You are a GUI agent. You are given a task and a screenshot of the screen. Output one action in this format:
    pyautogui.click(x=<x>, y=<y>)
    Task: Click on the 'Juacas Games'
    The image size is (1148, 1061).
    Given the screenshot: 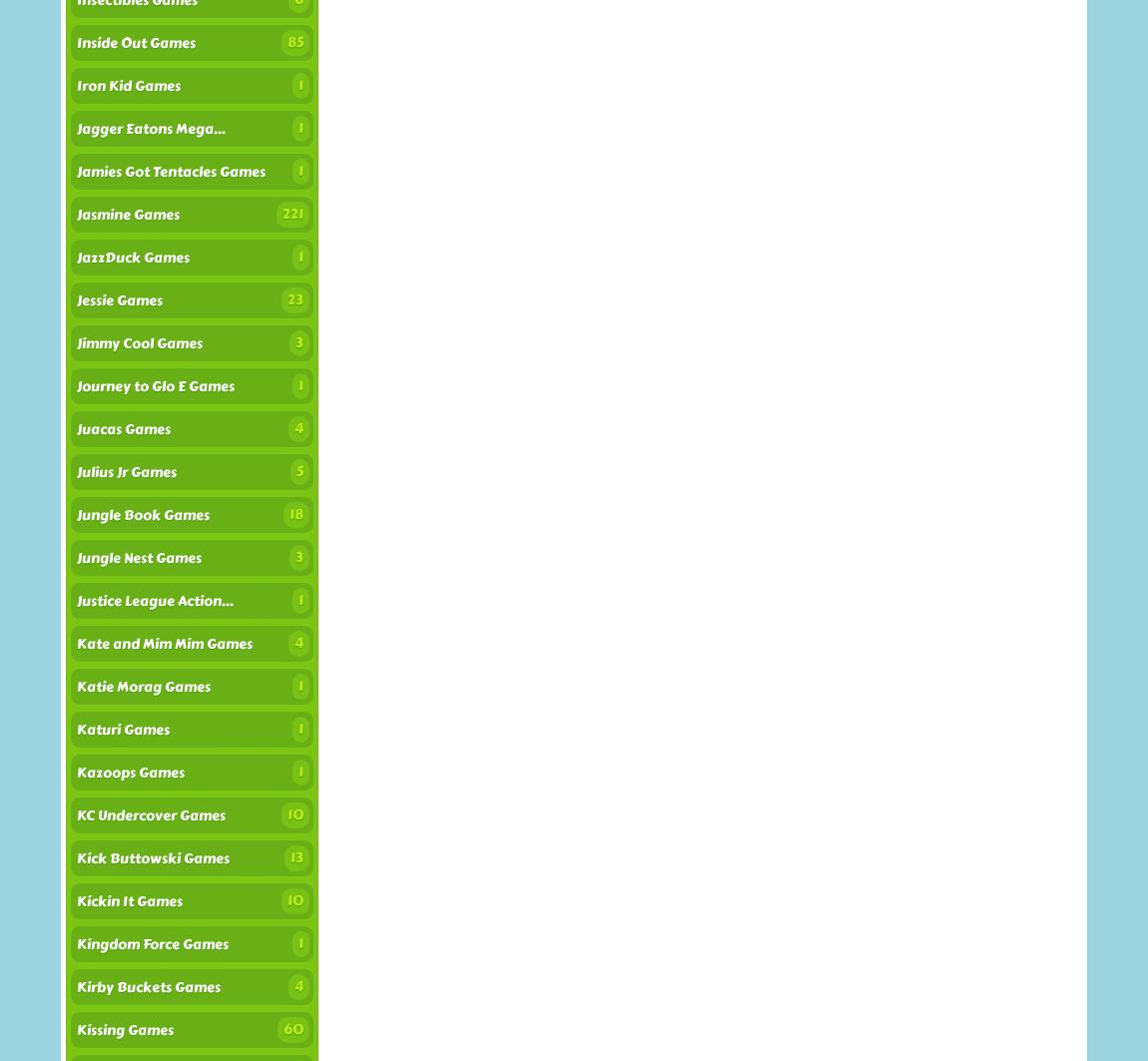 What is the action you would take?
    pyautogui.click(x=122, y=429)
    